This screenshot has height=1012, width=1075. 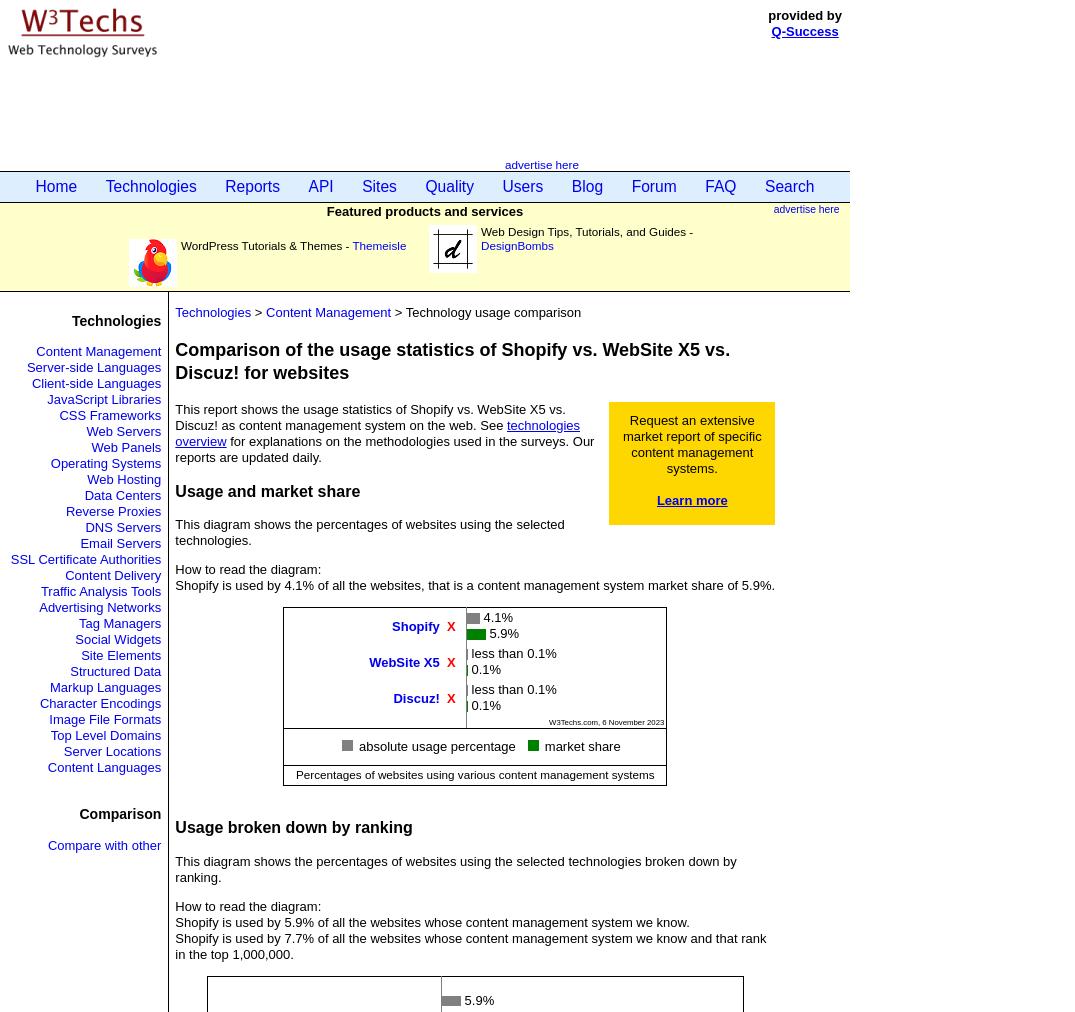 What do you see at coordinates (415, 697) in the screenshot?
I see `'Discuz!'` at bounding box center [415, 697].